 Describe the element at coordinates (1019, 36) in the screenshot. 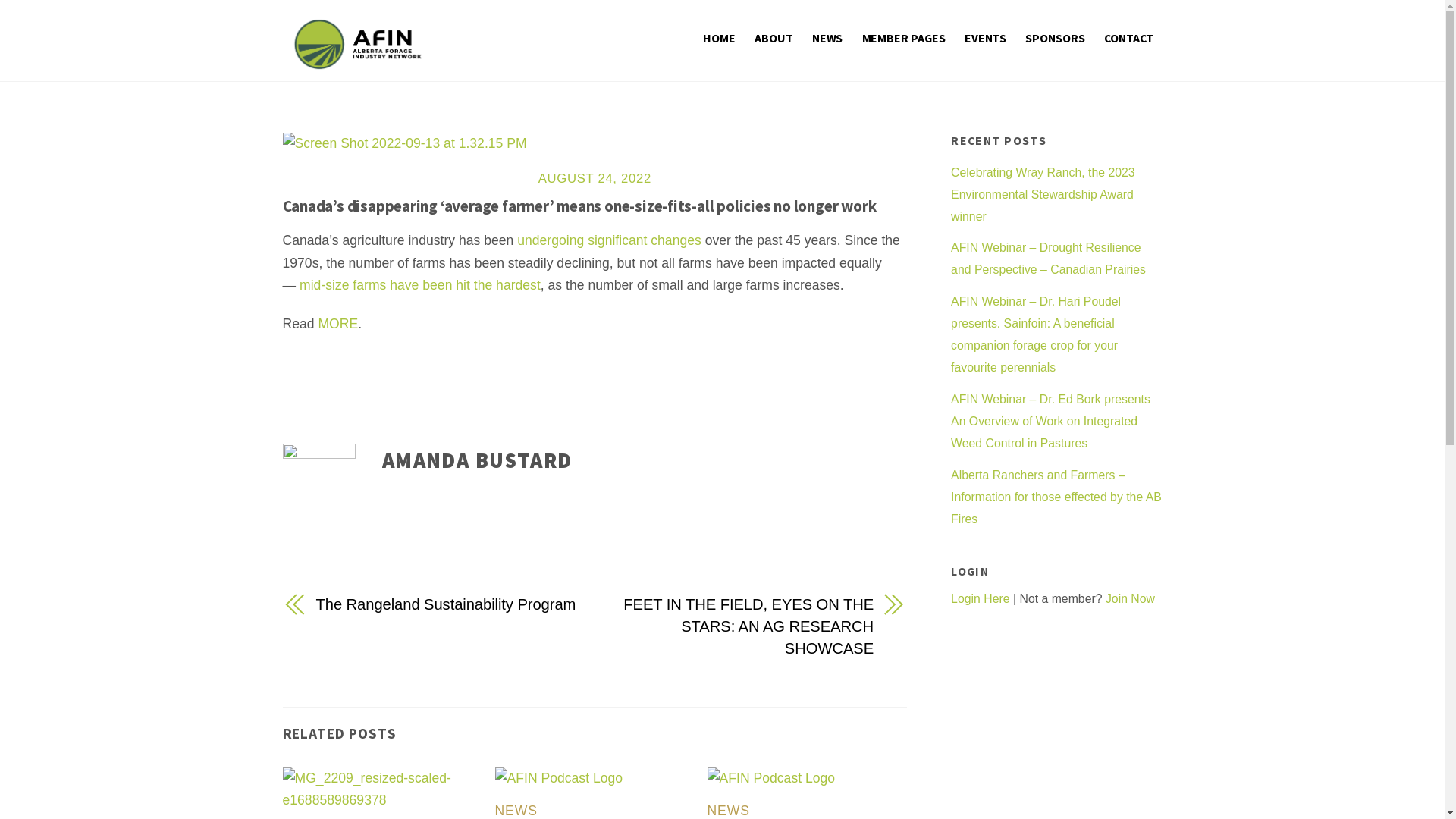

I see `'SPONSORS'` at that location.